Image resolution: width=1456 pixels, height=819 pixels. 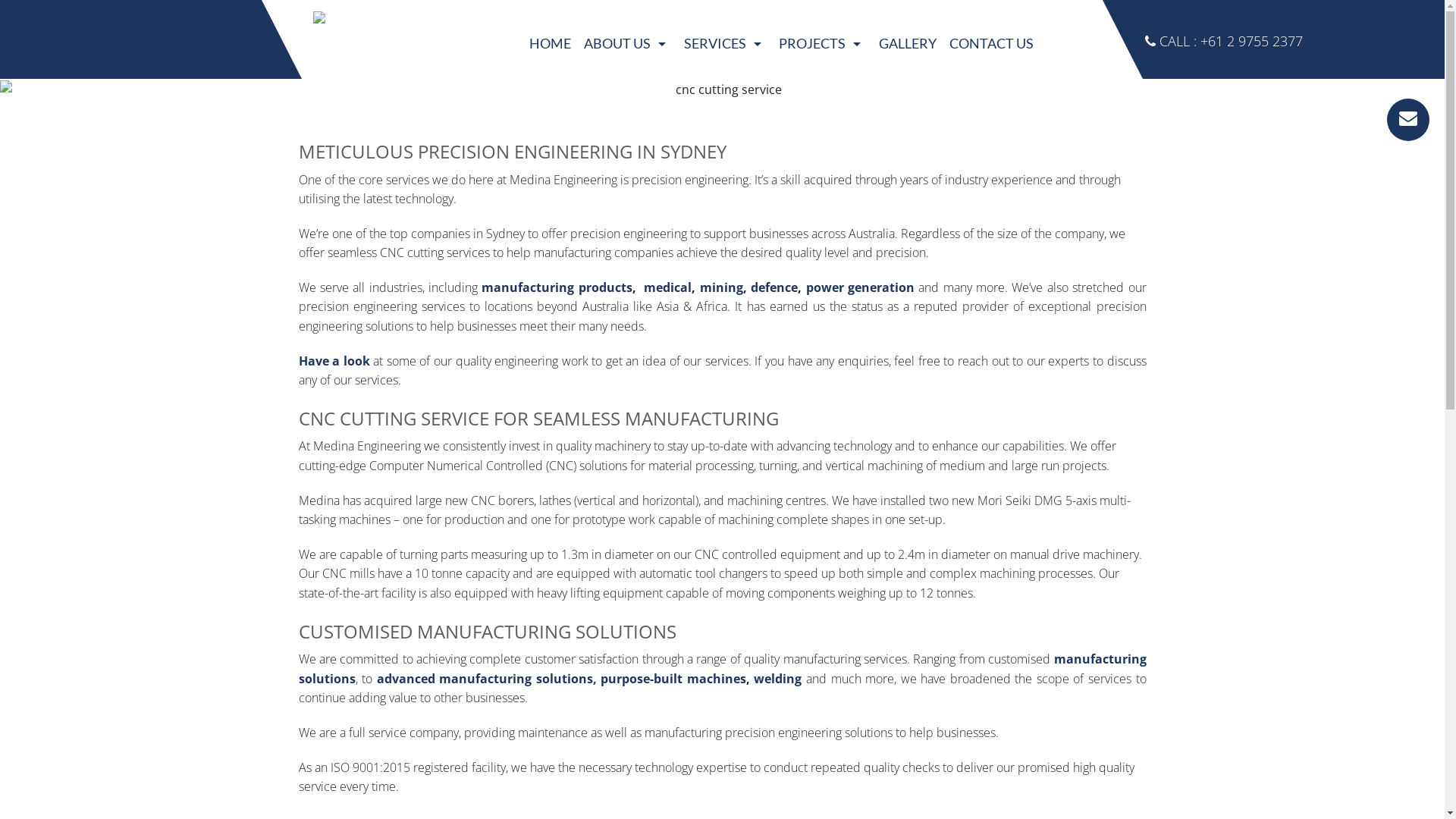 What do you see at coordinates (821, 123) in the screenshot?
I see `'DEFENCE'` at bounding box center [821, 123].